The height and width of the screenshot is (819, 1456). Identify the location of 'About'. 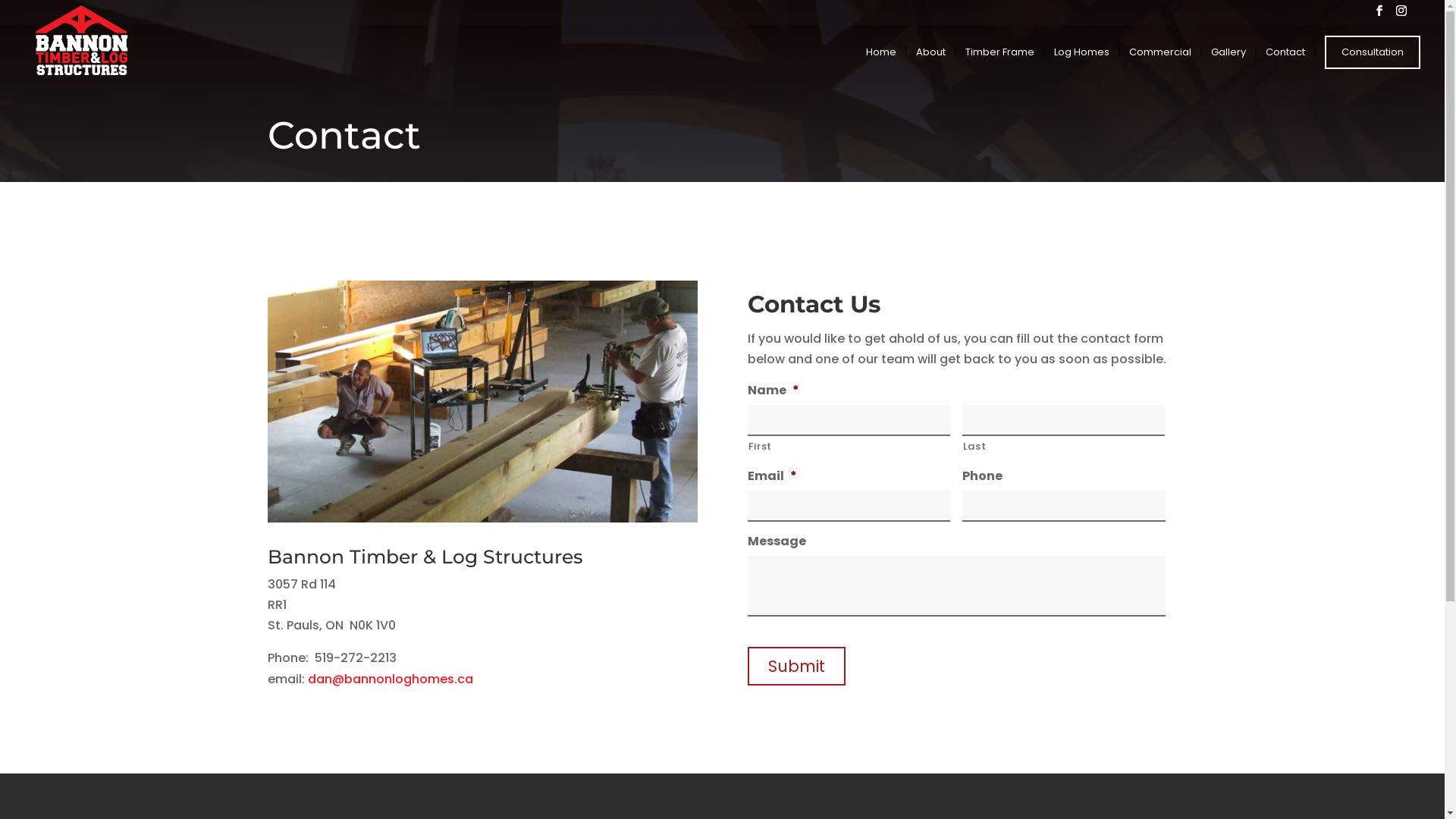
(930, 62).